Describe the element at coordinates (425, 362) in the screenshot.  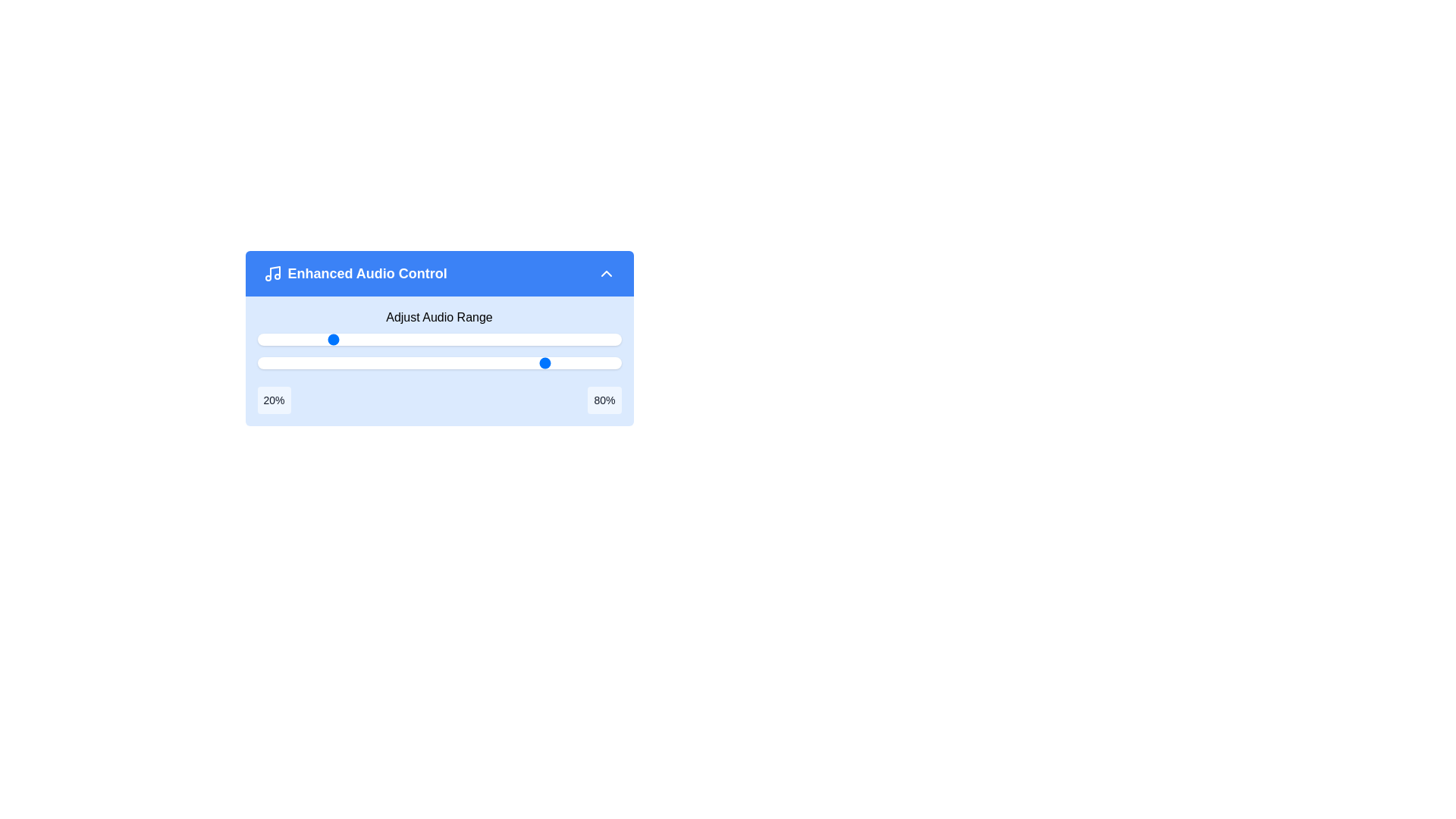
I see `the slider` at that location.